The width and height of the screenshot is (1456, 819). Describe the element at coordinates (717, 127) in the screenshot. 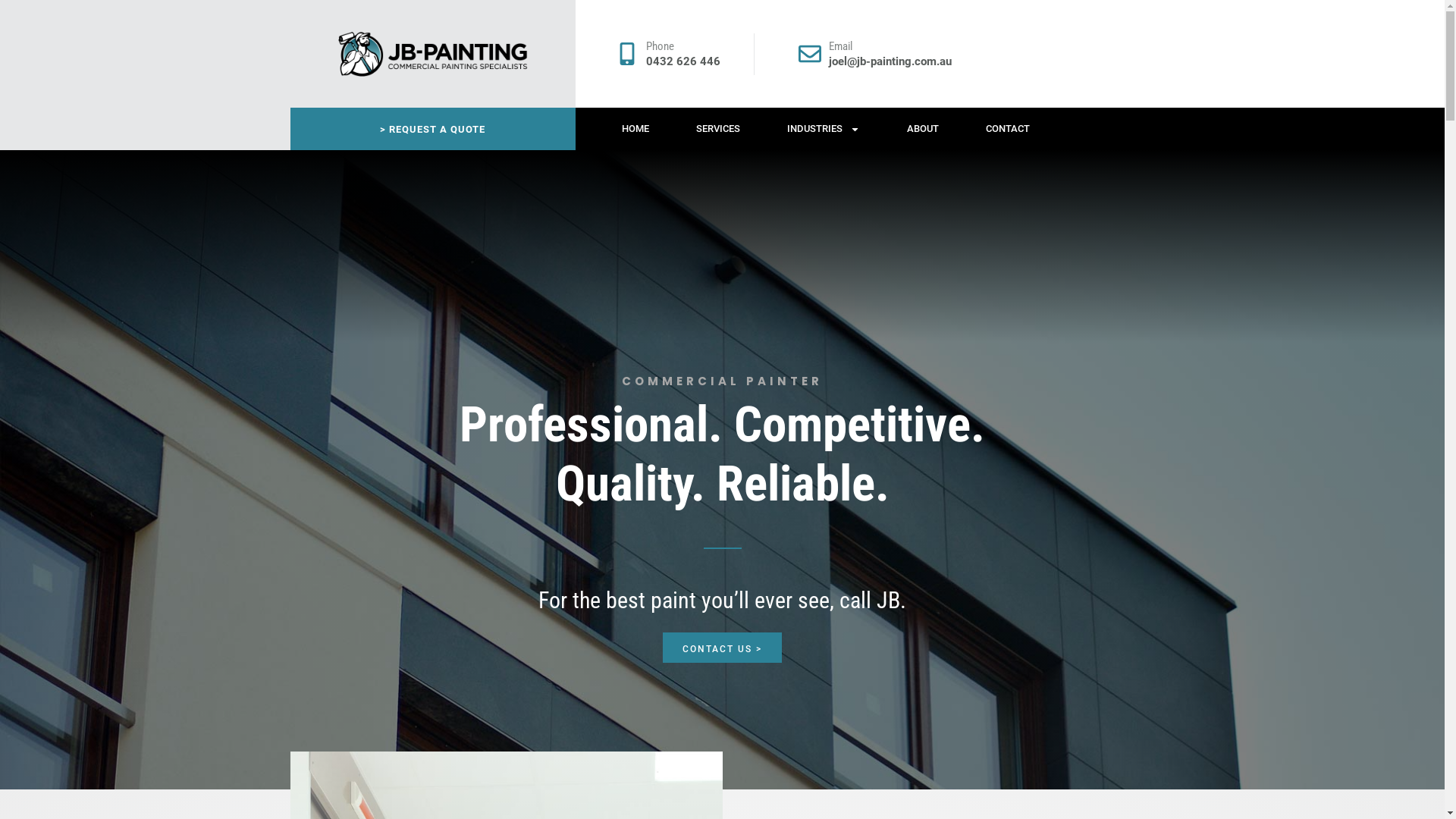

I see `'SERVICES'` at that location.